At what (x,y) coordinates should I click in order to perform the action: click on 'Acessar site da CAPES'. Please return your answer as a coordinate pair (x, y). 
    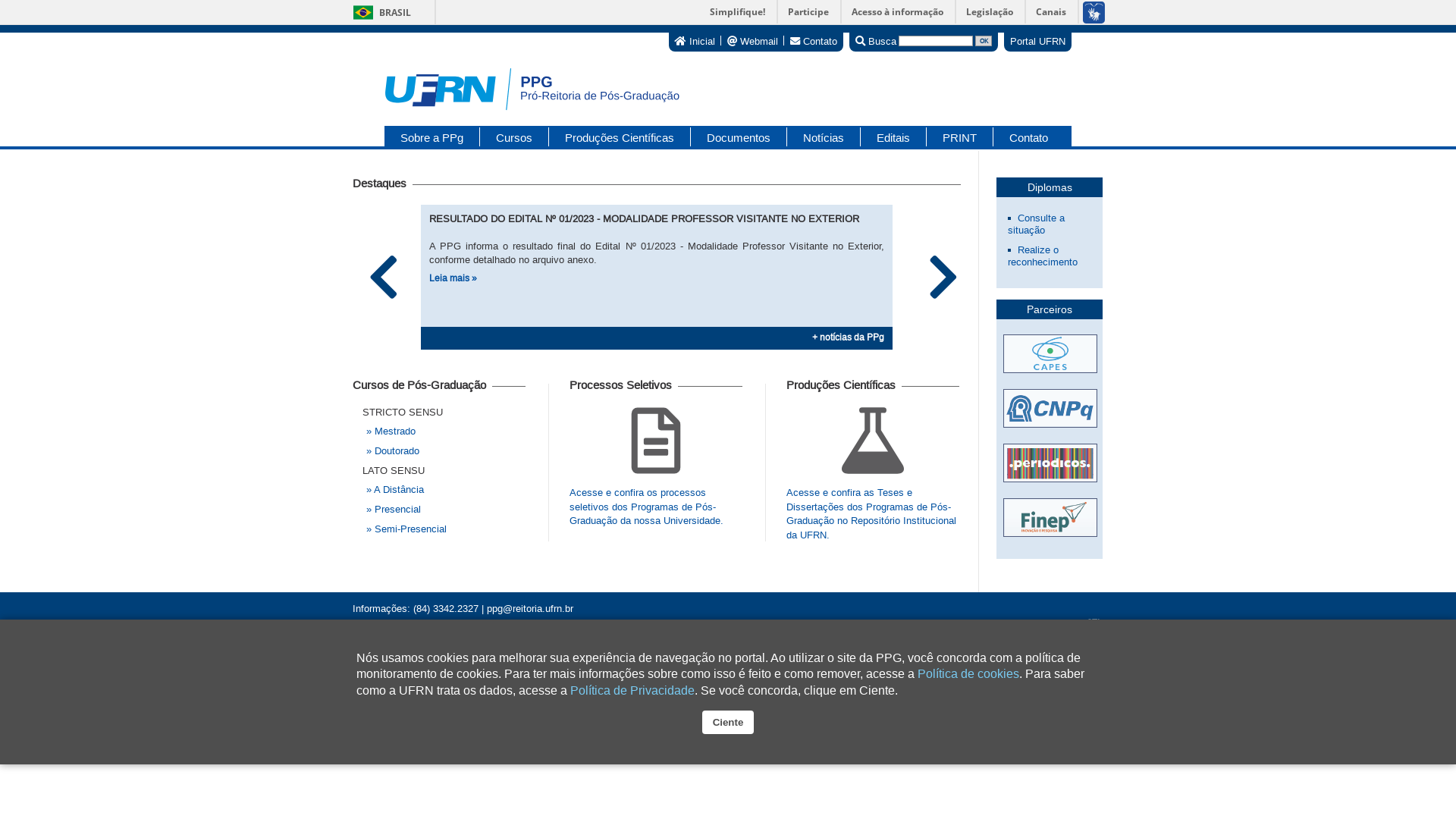
    Looking at the image, I should click on (1048, 362).